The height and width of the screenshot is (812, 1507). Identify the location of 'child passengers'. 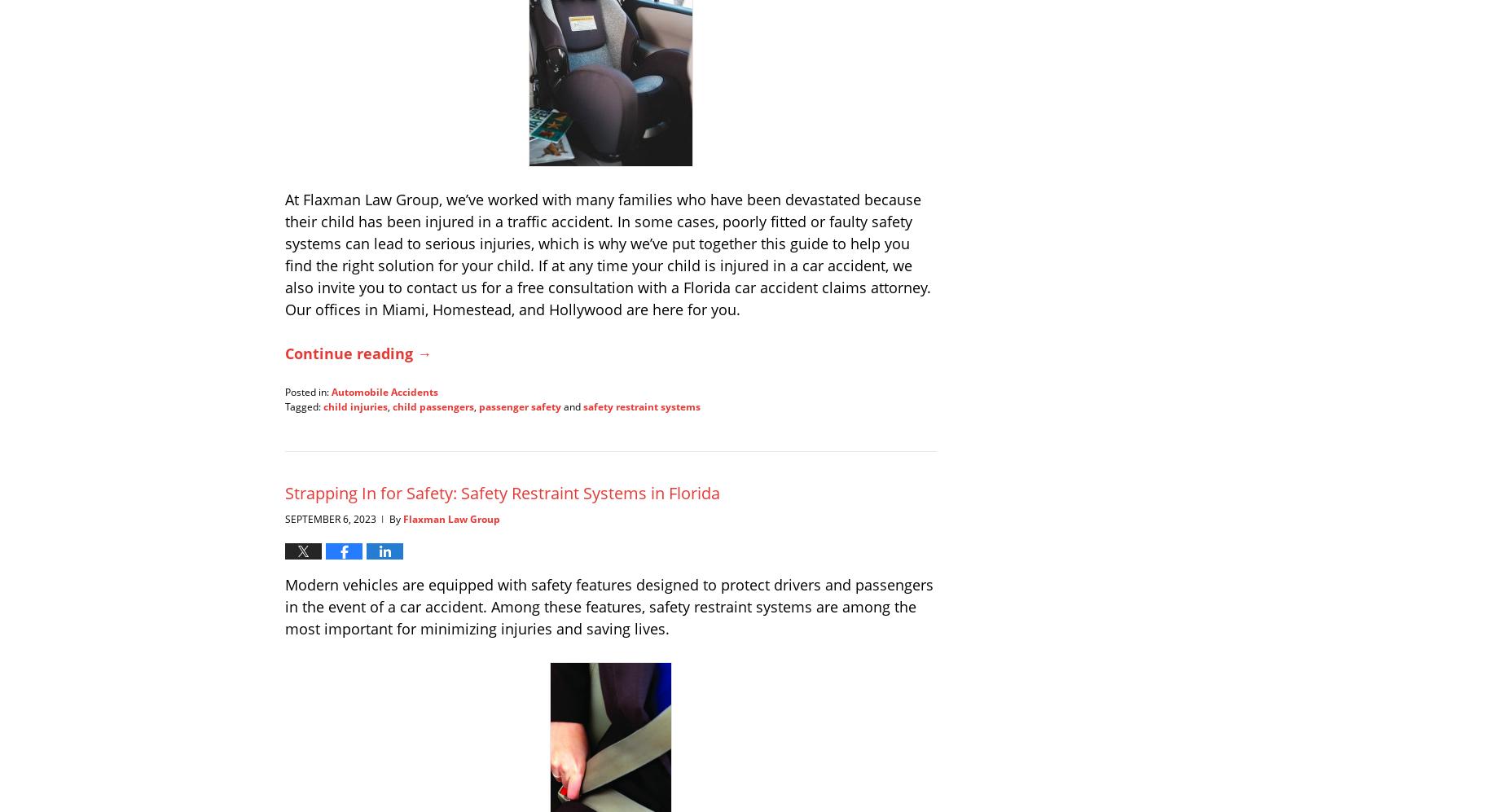
(433, 406).